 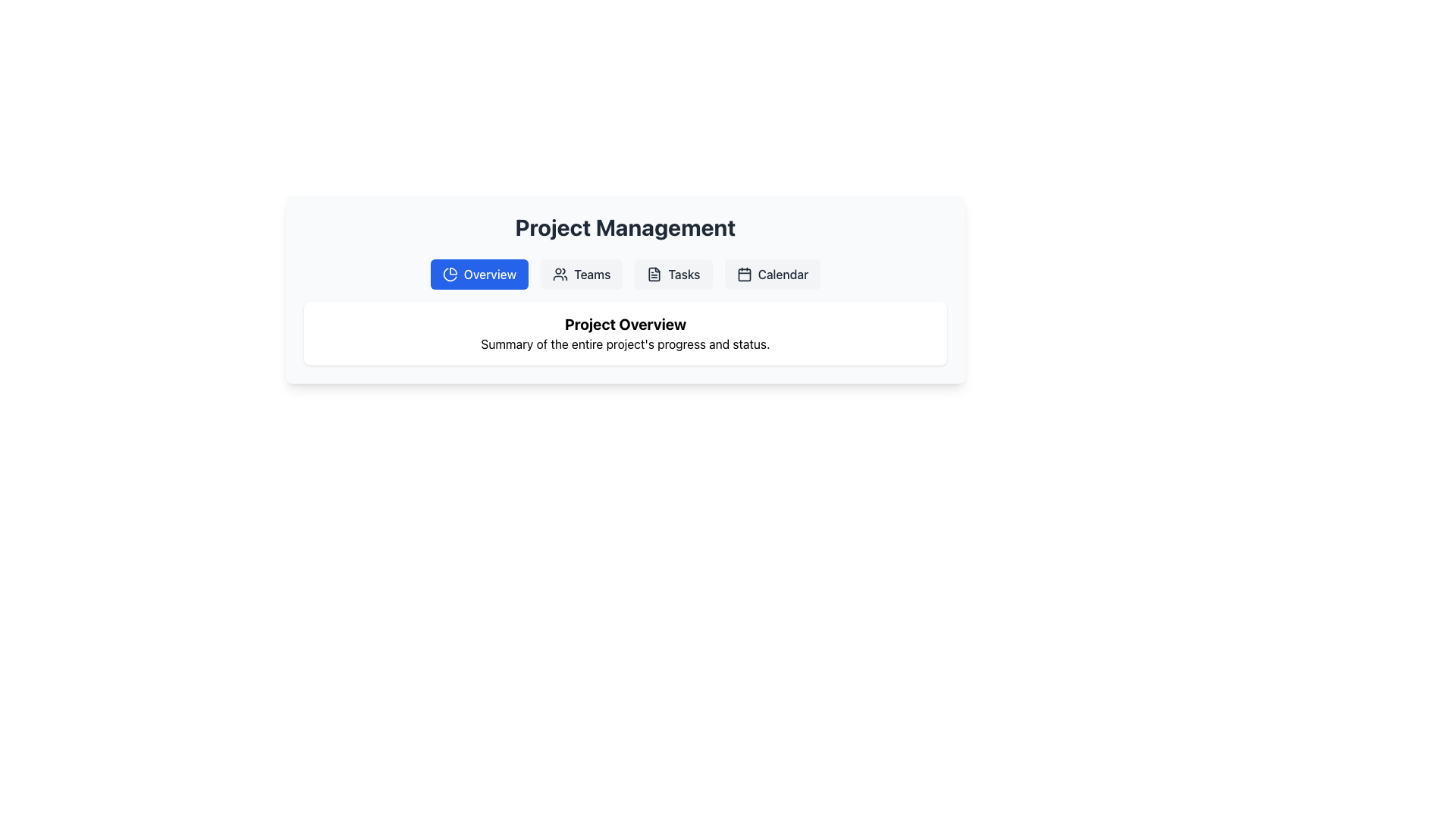 I want to click on the 'Overview' button, which is a rectangular button with a blue background, rounded corners, and white text featuring a pie chart icon, located in the navigation section under 'Project Management', so click(x=479, y=275).